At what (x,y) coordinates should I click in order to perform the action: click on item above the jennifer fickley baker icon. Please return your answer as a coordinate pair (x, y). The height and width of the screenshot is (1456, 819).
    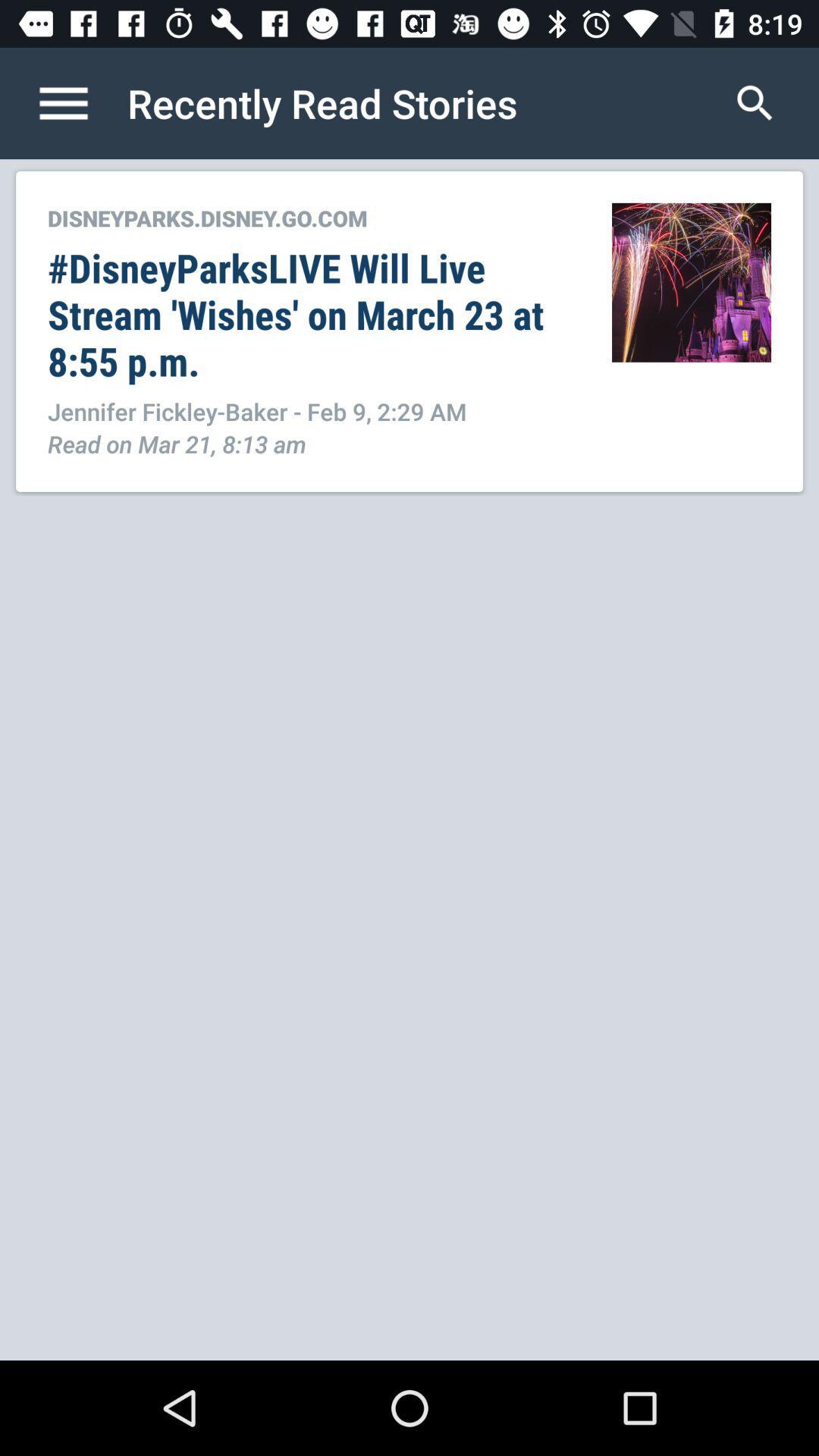
    Looking at the image, I should click on (312, 313).